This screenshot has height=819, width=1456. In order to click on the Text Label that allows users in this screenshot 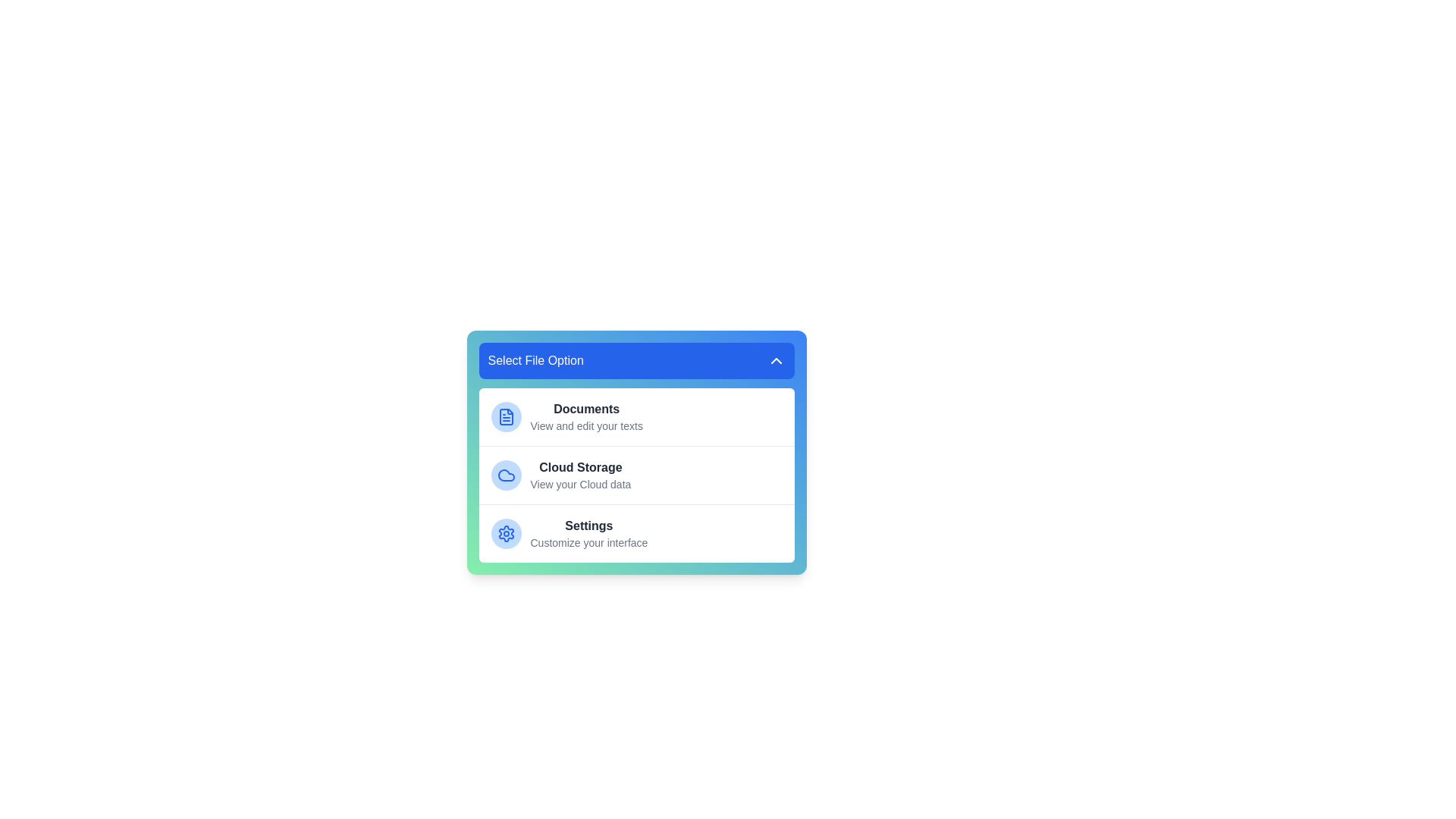, I will do `click(579, 475)`.